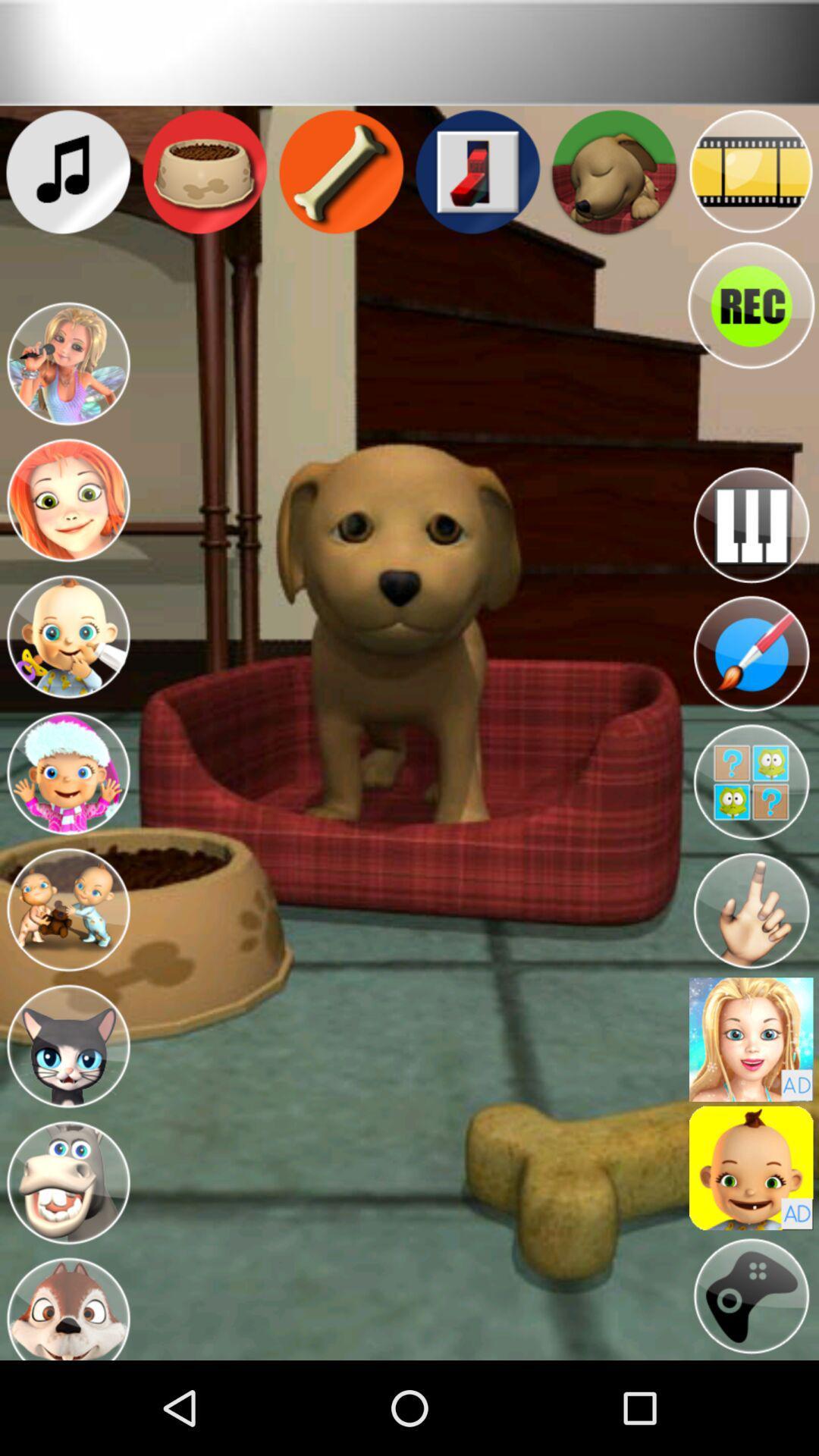  Describe the element at coordinates (751, 836) in the screenshot. I see `the avatar icon` at that location.